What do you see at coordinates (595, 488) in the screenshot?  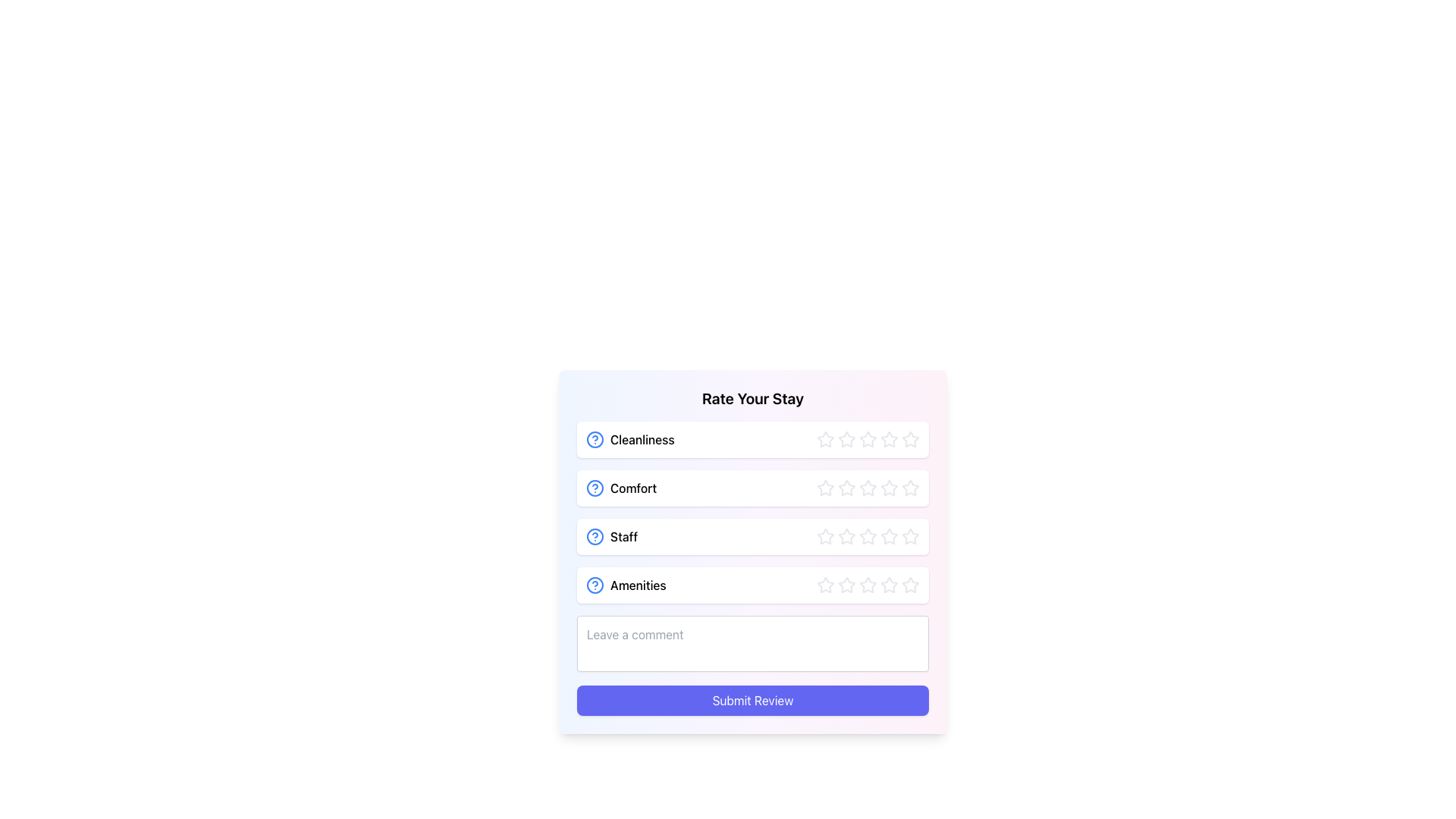 I see `the question mark icon that provides additional information related to the 'Comfort' category in the review form` at bounding box center [595, 488].